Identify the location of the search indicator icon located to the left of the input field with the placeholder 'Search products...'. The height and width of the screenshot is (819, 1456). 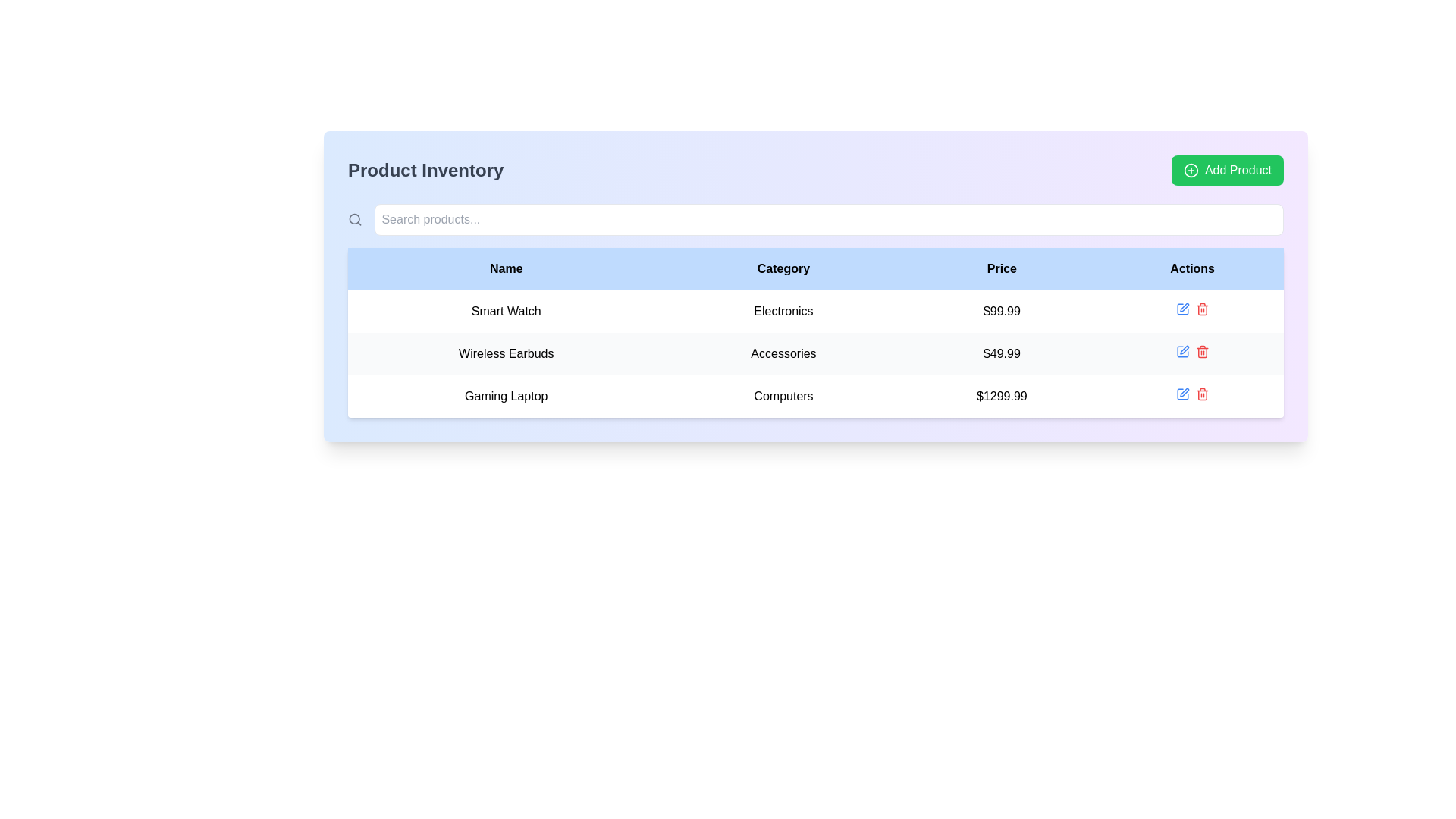
(354, 219).